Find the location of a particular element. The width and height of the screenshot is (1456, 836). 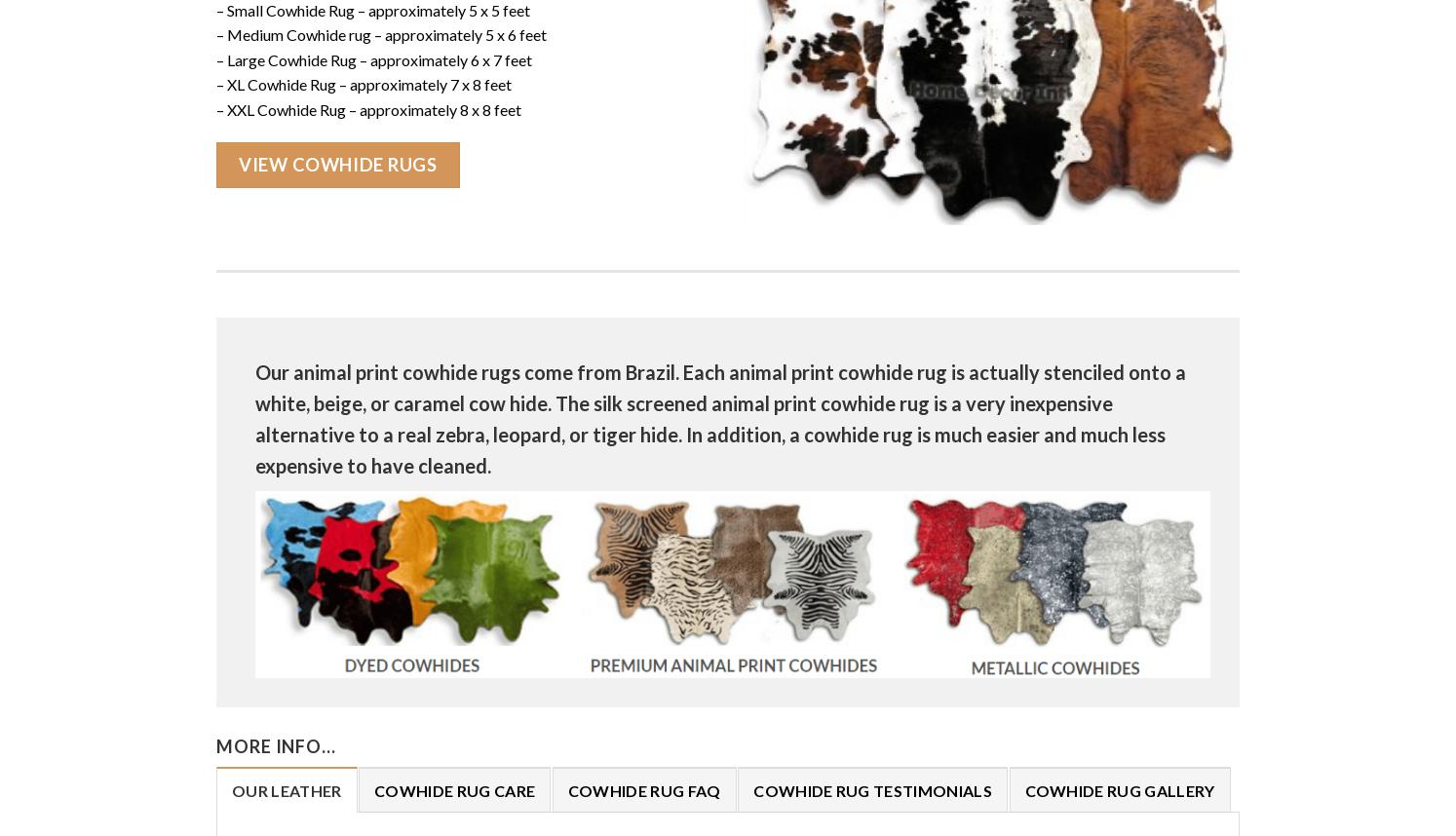

'– XXL Cowhide Rug – approximately 8 x 8 feet' is located at coordinates (368, 109).